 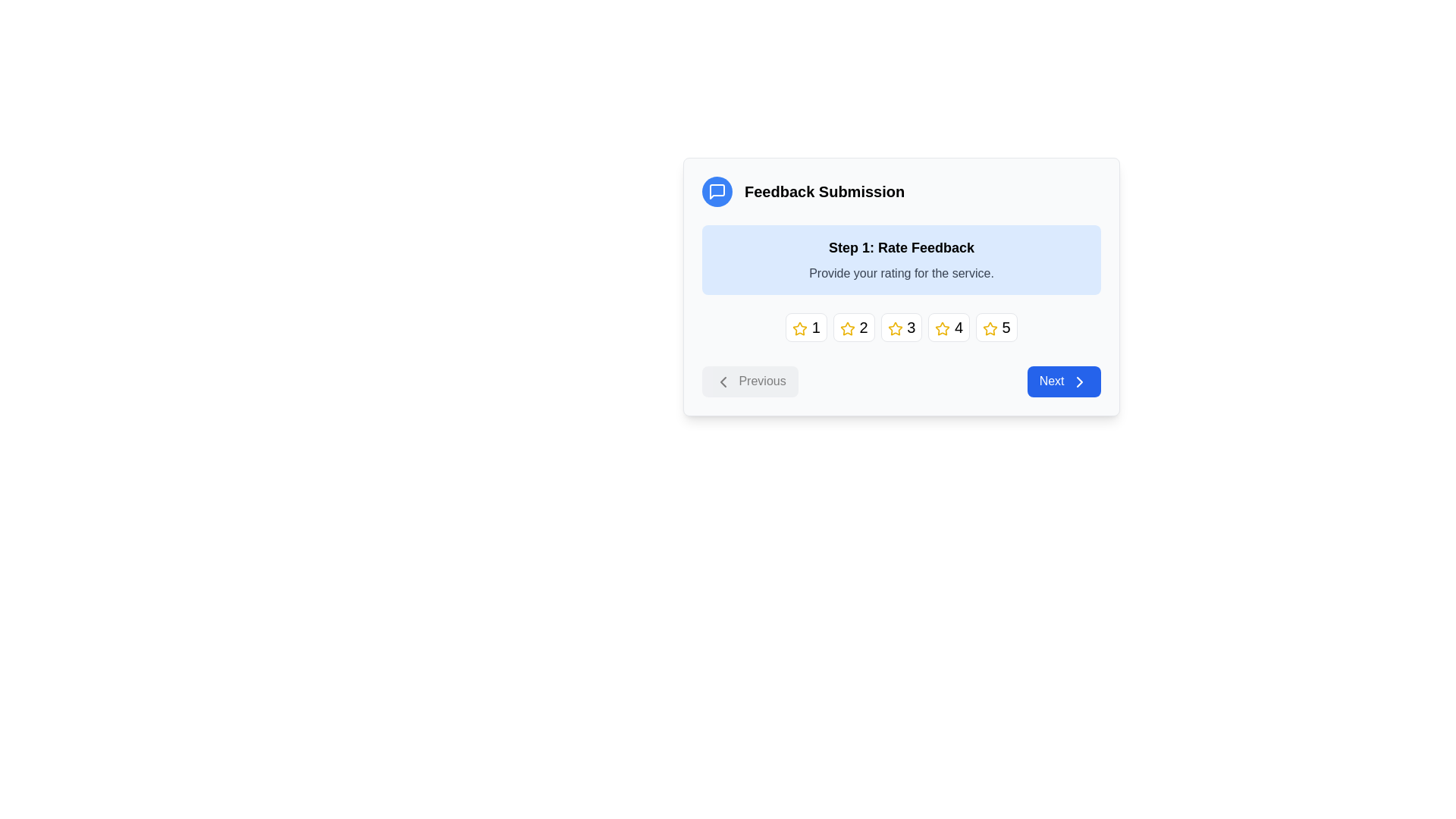 I want to click on the rightmost rating star icon, which represents the highest rating of 5 in the feedback rating system, so click(x=990, y=328).